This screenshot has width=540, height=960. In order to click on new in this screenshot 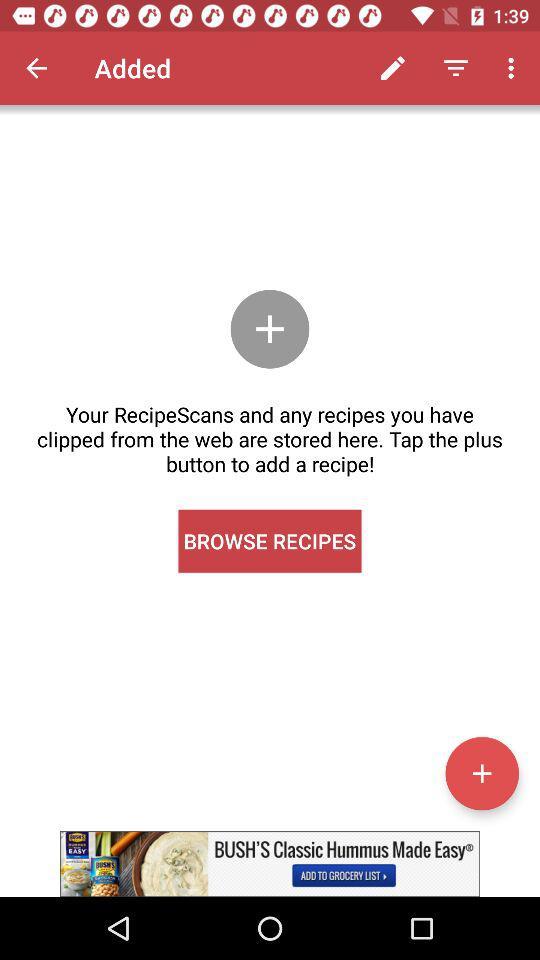, I will do `click(481, 772)`.